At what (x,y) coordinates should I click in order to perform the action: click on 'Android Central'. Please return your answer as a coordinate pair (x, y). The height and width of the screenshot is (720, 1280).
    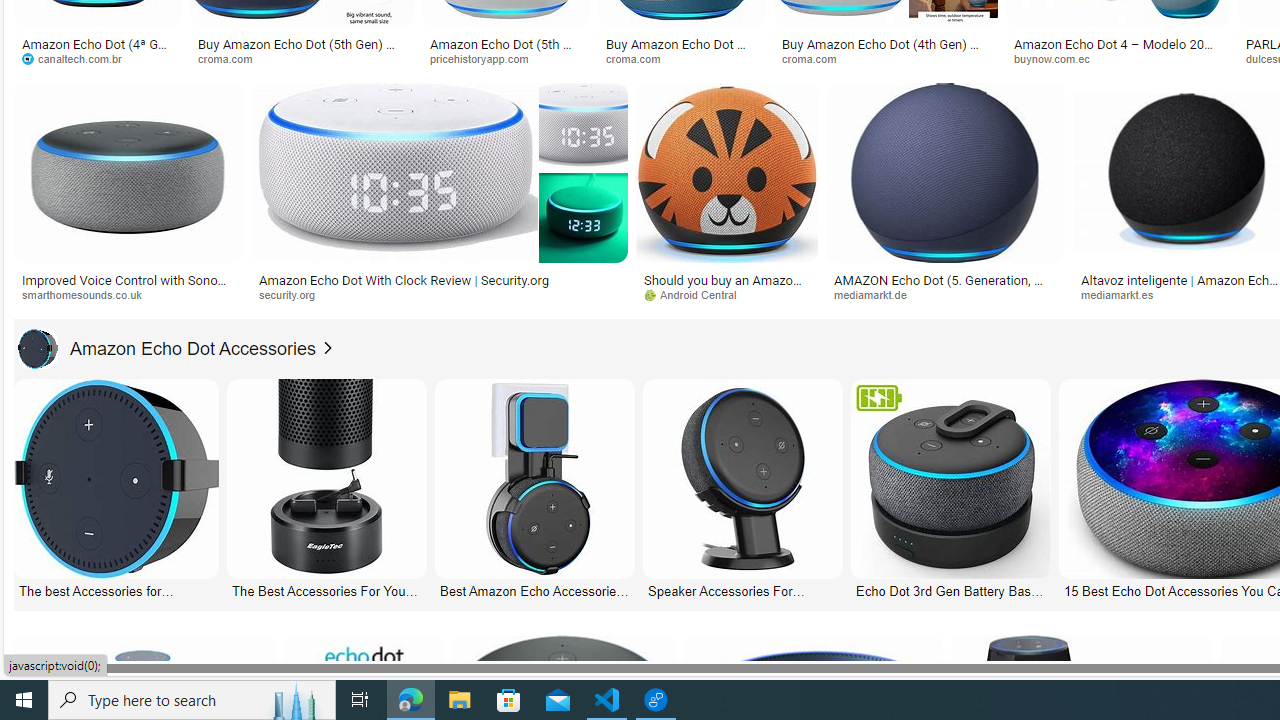
    Looking at the image, I should click on (726, 295).